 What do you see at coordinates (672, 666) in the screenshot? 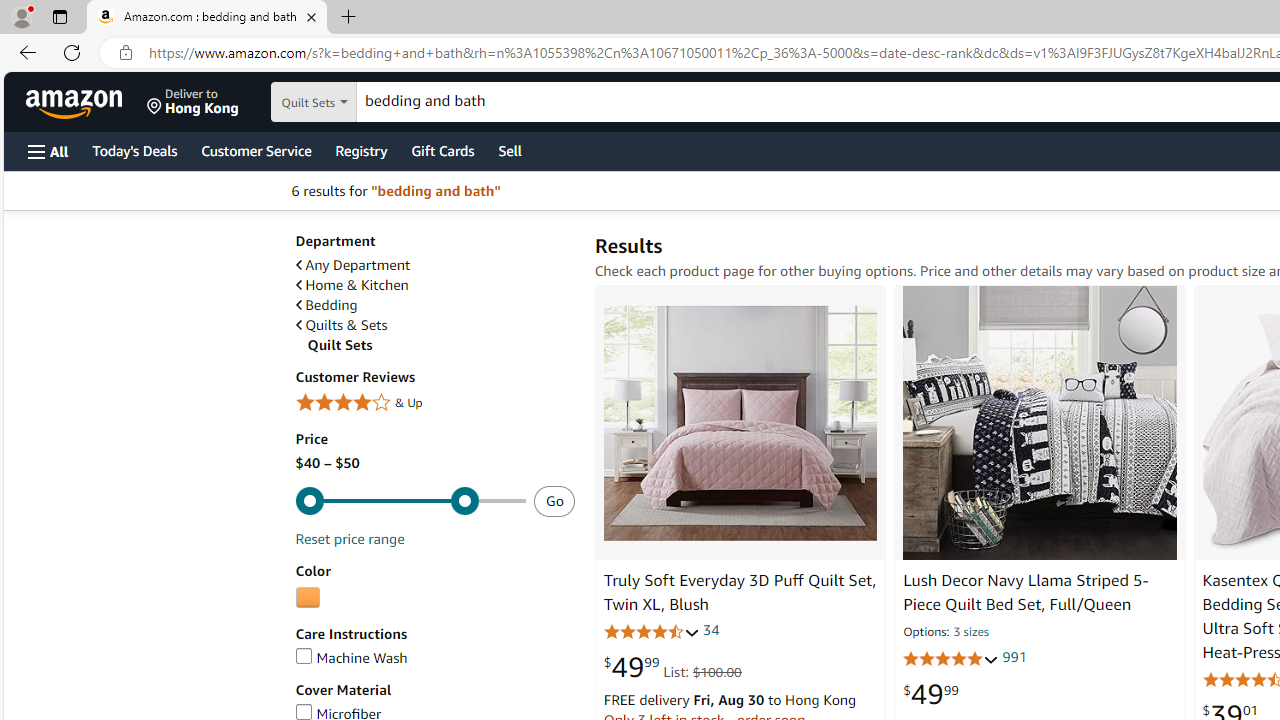
I see `'$49.99 List: $100.00'` at bounding box center [672, 666].